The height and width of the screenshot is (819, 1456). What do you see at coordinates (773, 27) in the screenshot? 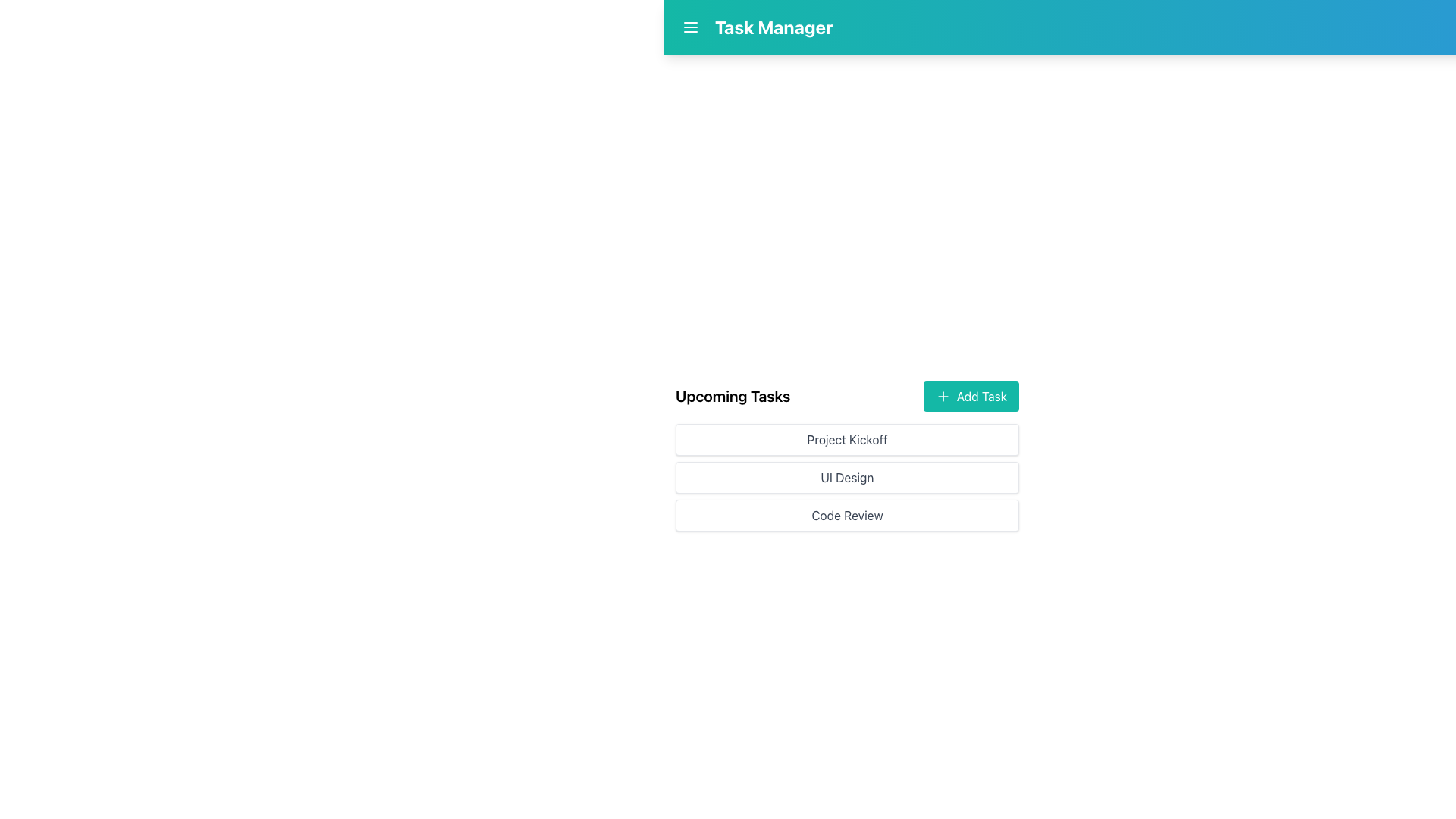
I see `the Static text label in the header section, which indicates the purpose or current state of the application` at bounding box center [773, 27].